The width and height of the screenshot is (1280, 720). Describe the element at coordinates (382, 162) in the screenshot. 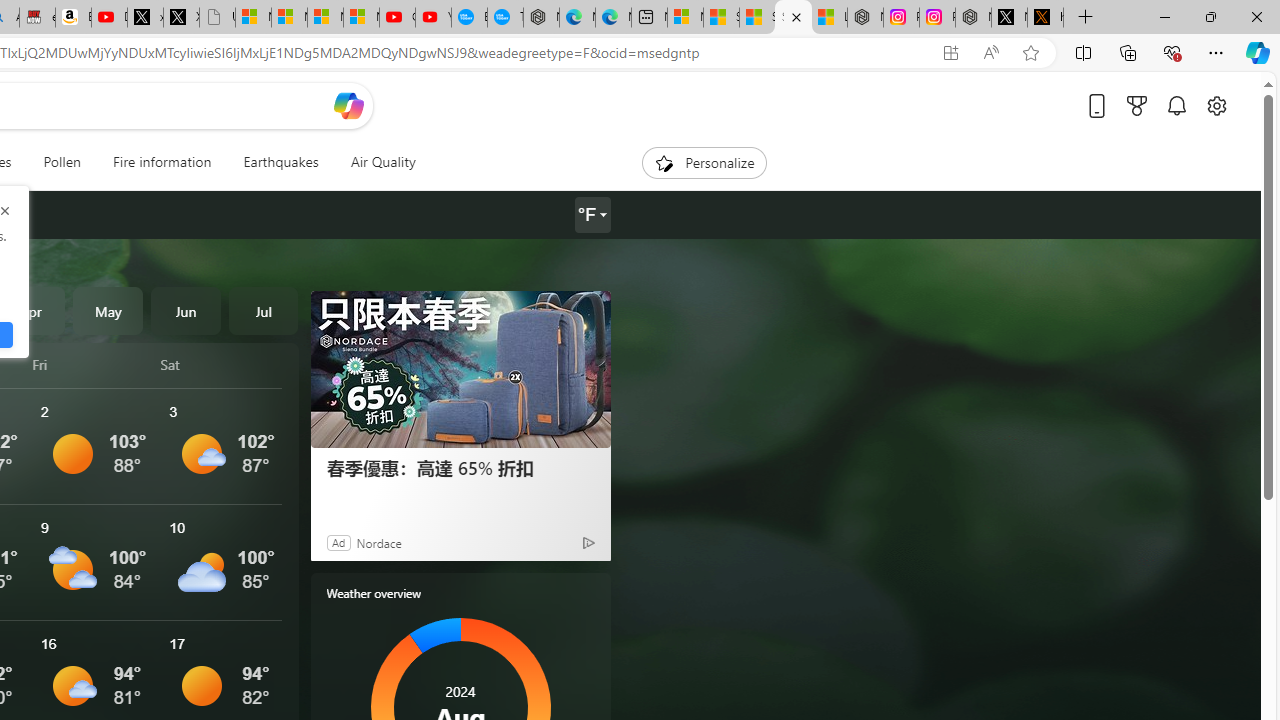

I see `'Air Quality'` at that location.